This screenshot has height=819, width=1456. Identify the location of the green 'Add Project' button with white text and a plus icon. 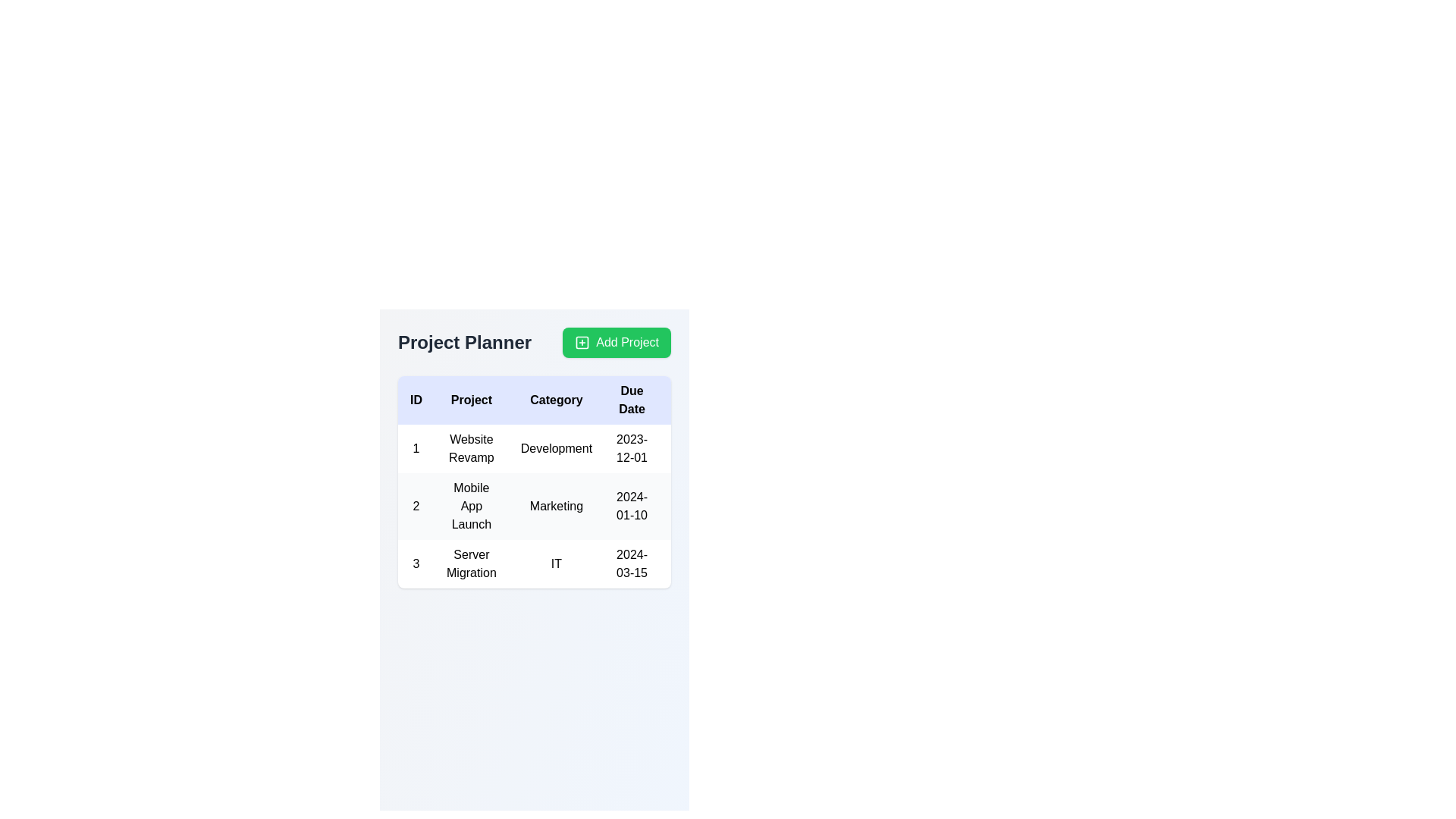
(617, 342).